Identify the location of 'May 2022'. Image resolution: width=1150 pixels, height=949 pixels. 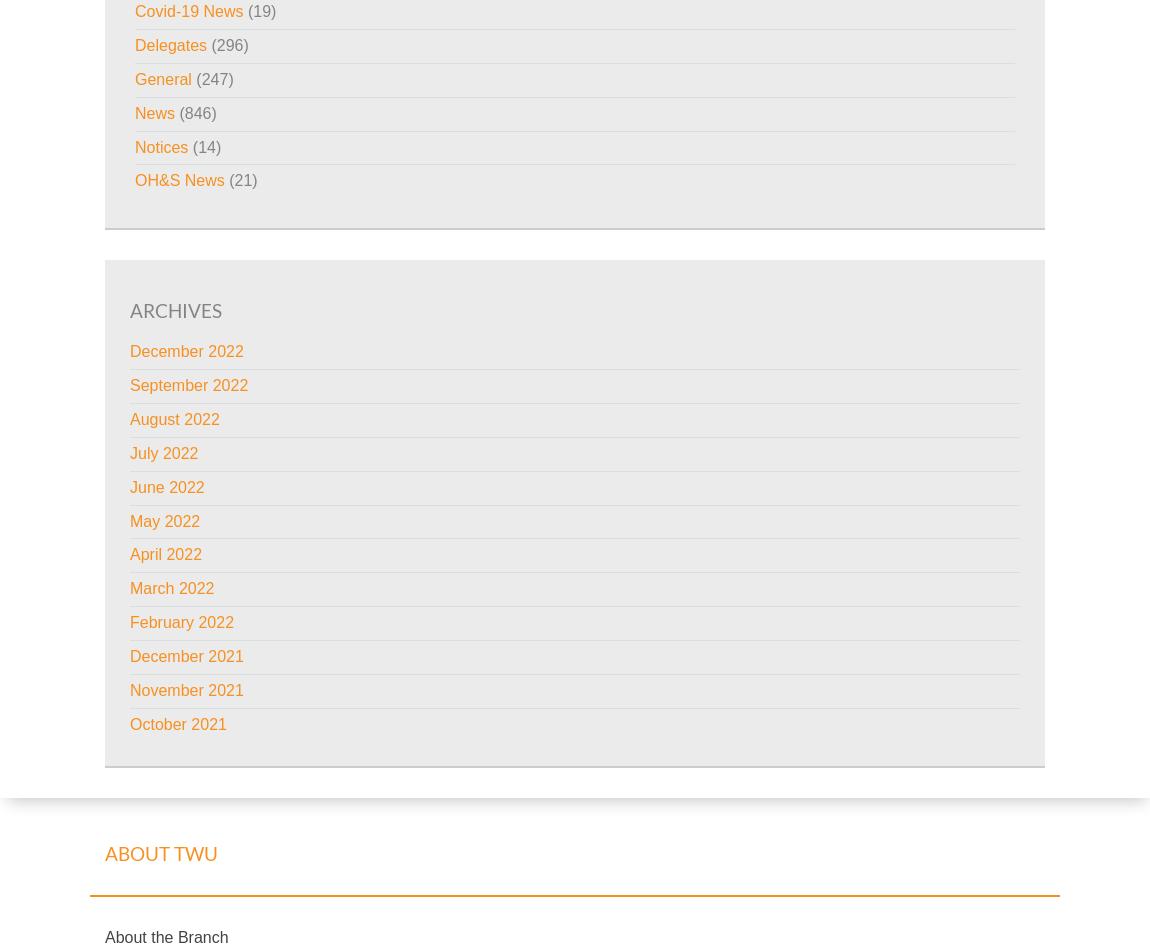
(128, 519).